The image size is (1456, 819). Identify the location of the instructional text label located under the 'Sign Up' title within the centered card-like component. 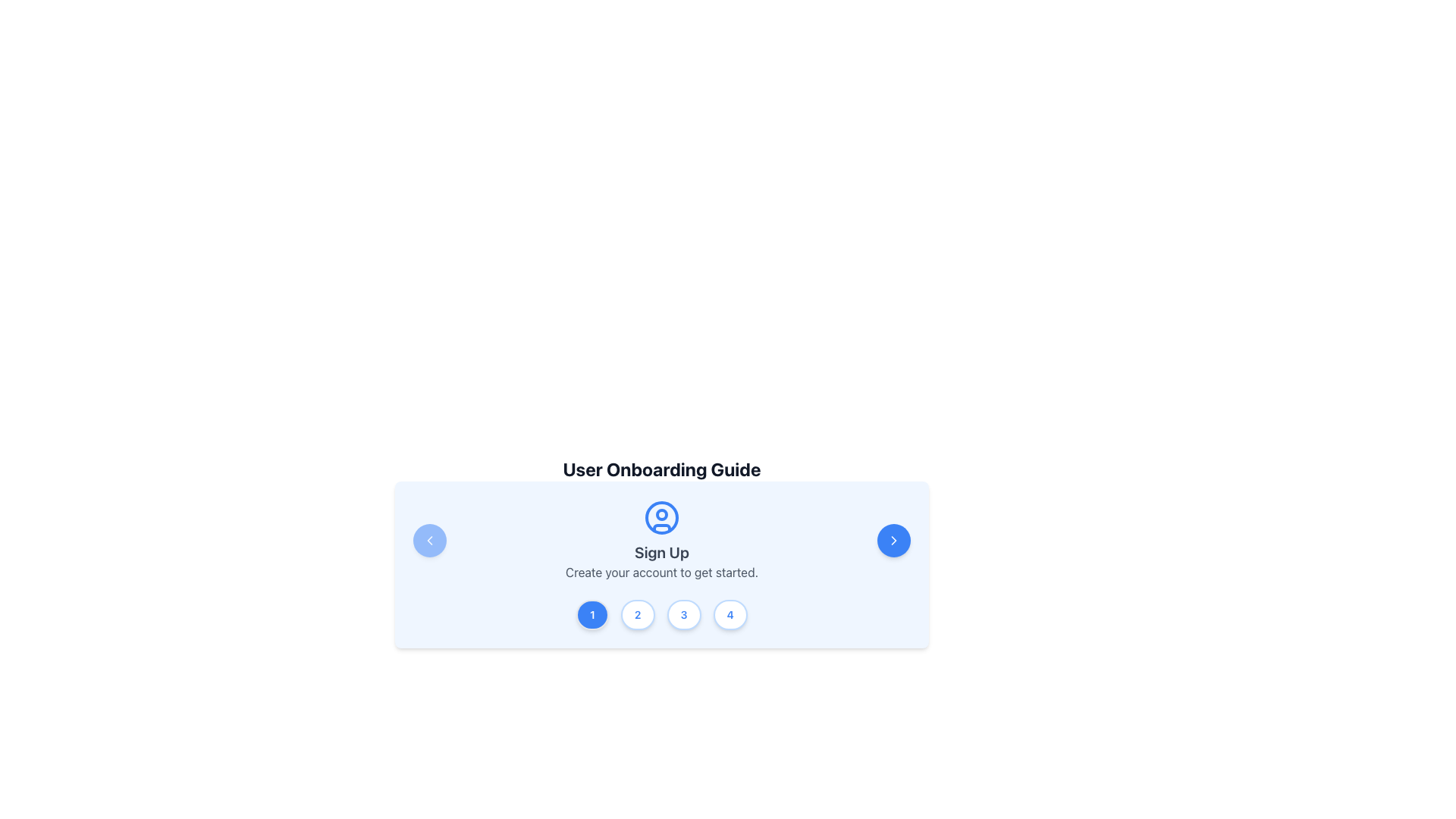
(662, 573).